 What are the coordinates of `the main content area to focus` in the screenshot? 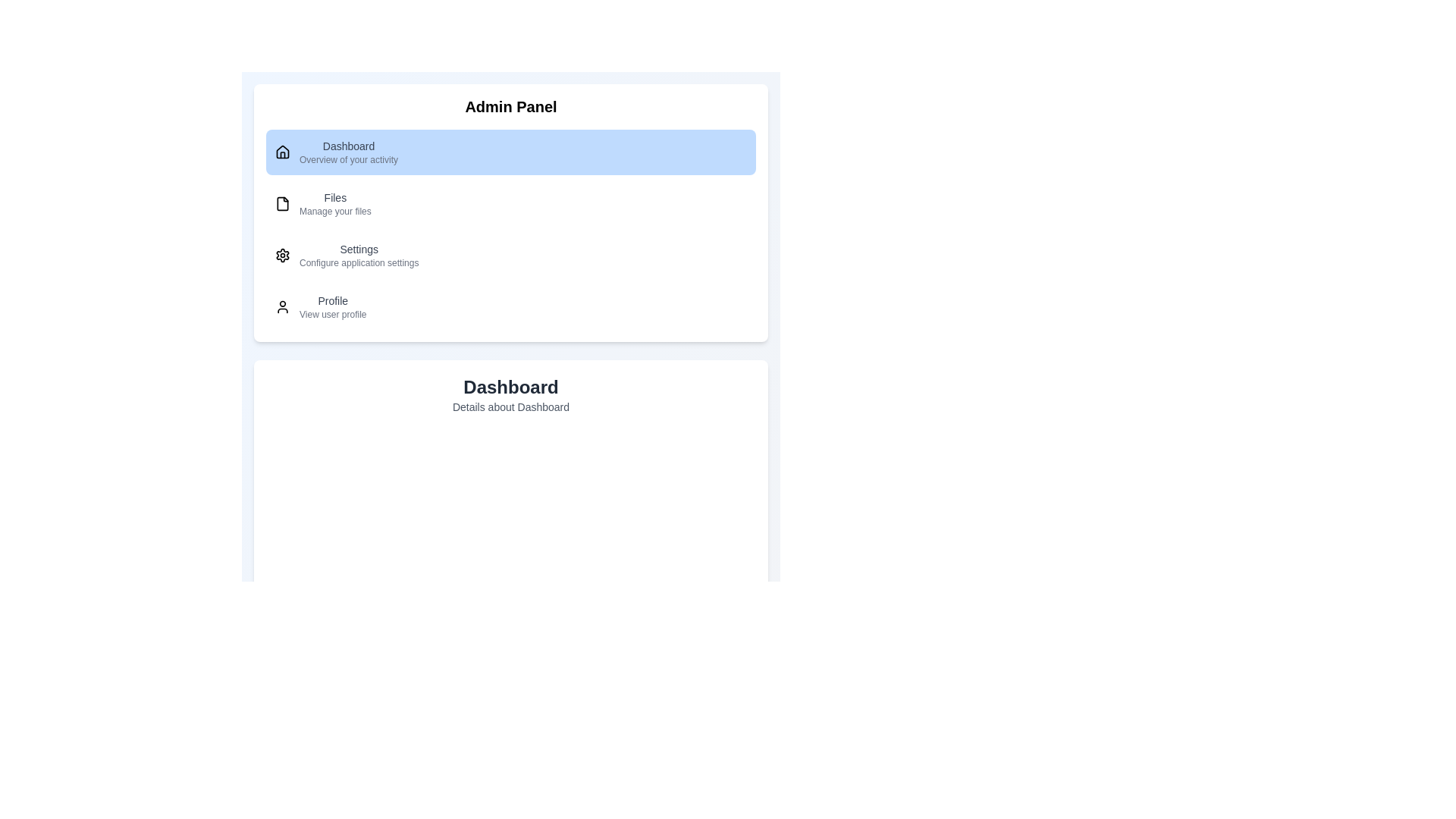 It's located at (510, 620).